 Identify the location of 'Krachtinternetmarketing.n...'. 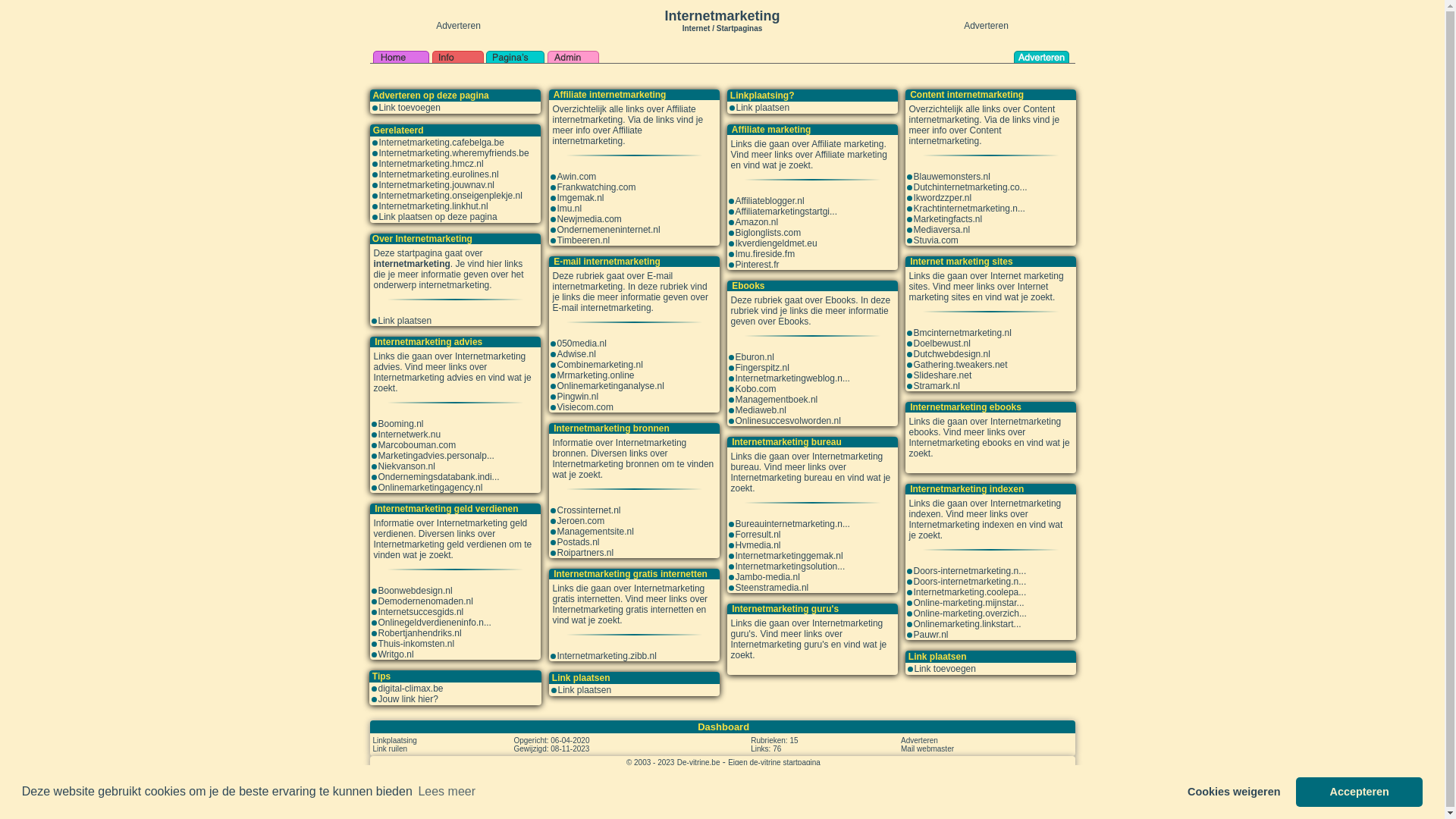
(968, 208).